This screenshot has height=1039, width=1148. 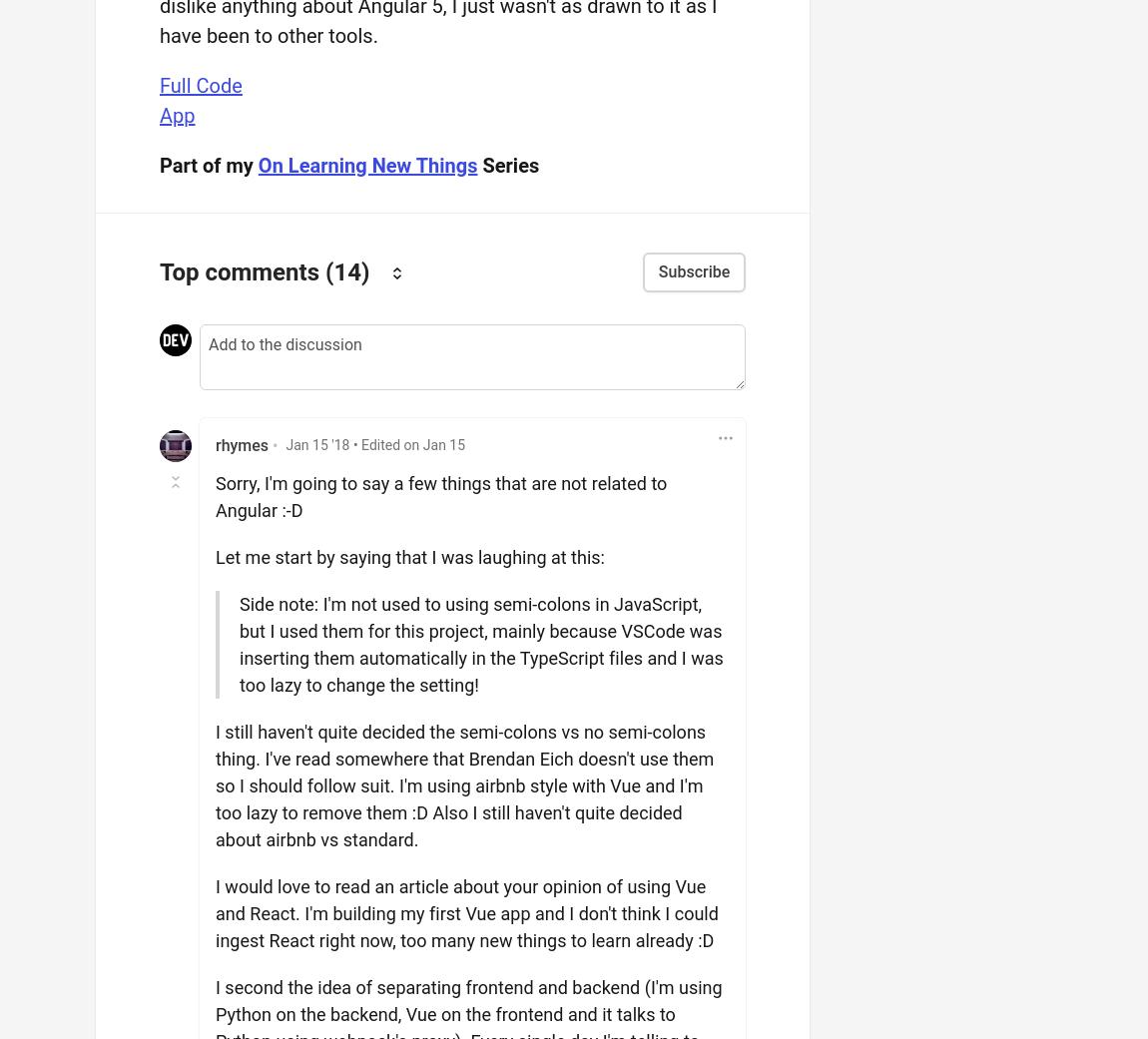 What do you see at coordinates (466, 911) in the screenshot?
I see `'I would love to read an article about your opinion of using Vue and React. I'm building my first Vue app and I don't think I could ingest React right now, too many new things to learn already :D'` at bounding box center [466, 911].